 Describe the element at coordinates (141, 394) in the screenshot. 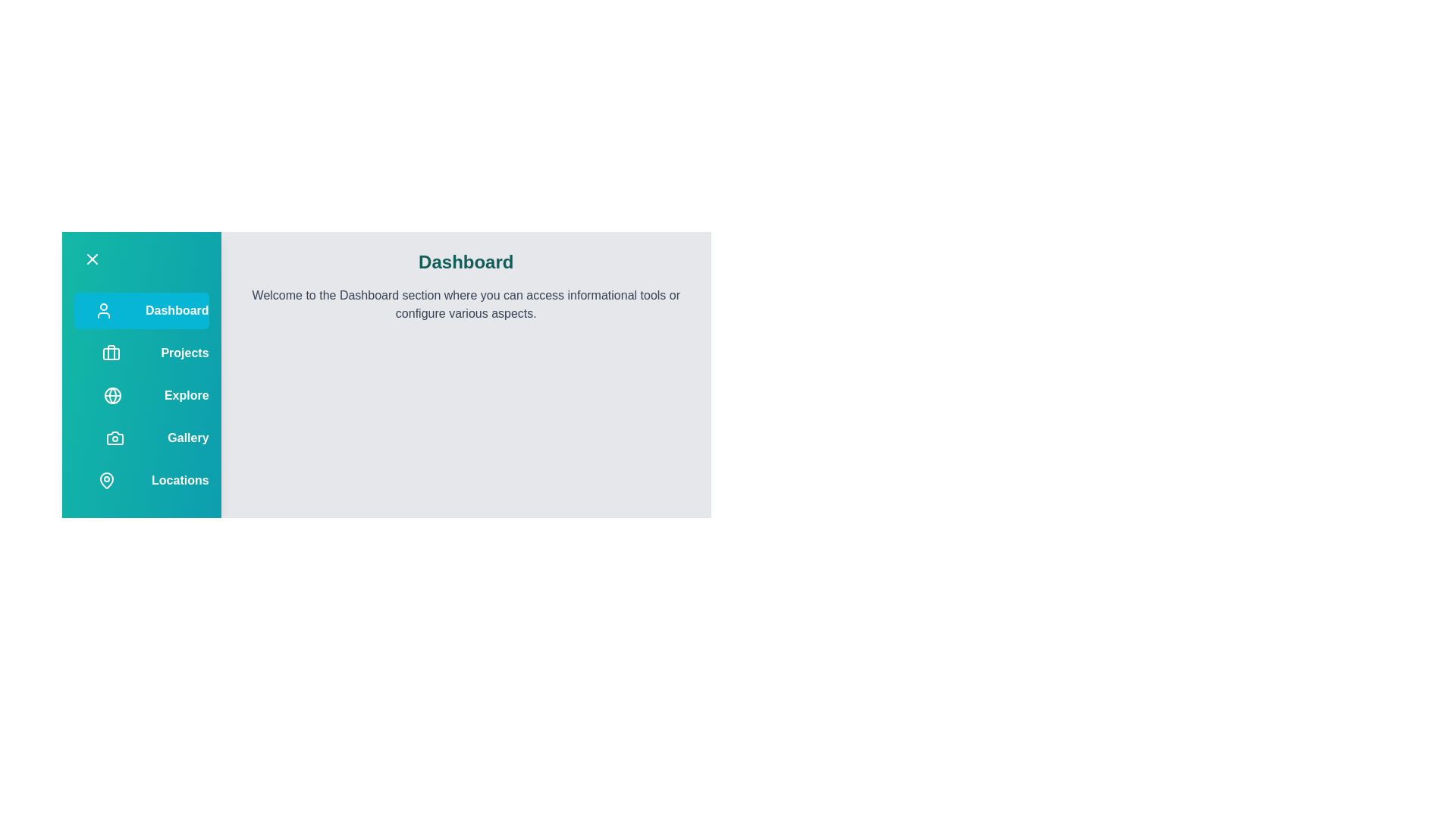

I see `the menu option Explore from the drawer` at that location.